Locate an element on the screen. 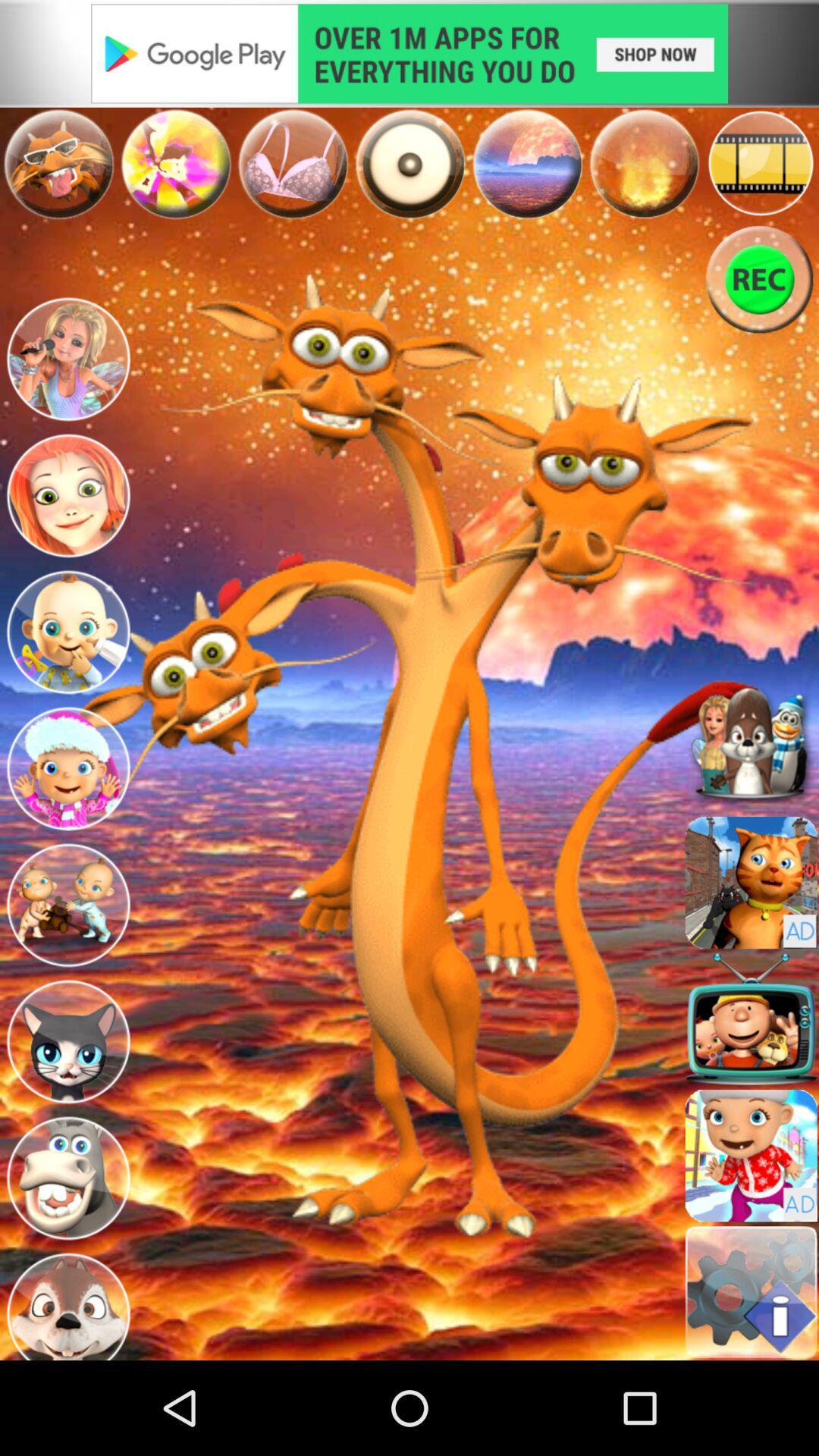 The width and height of the screenshot is (819, 1456). the avatar icon is located at coordinates (67, 968).